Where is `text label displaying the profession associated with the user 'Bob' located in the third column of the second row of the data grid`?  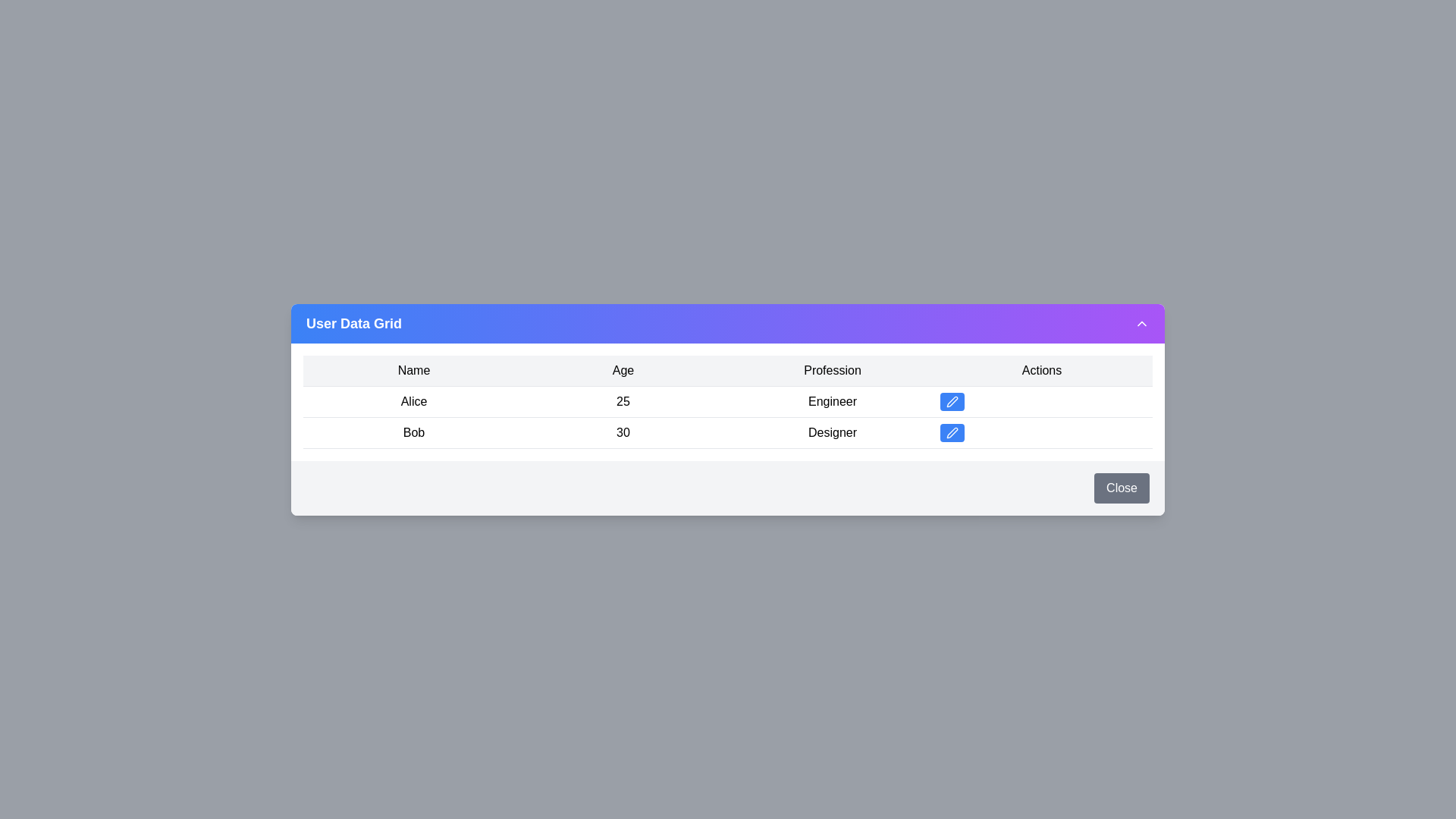 text label displaying the profession associated with the user 'Bob' located in the third column of the second row of the data grid is located at coordinates (832, 432).